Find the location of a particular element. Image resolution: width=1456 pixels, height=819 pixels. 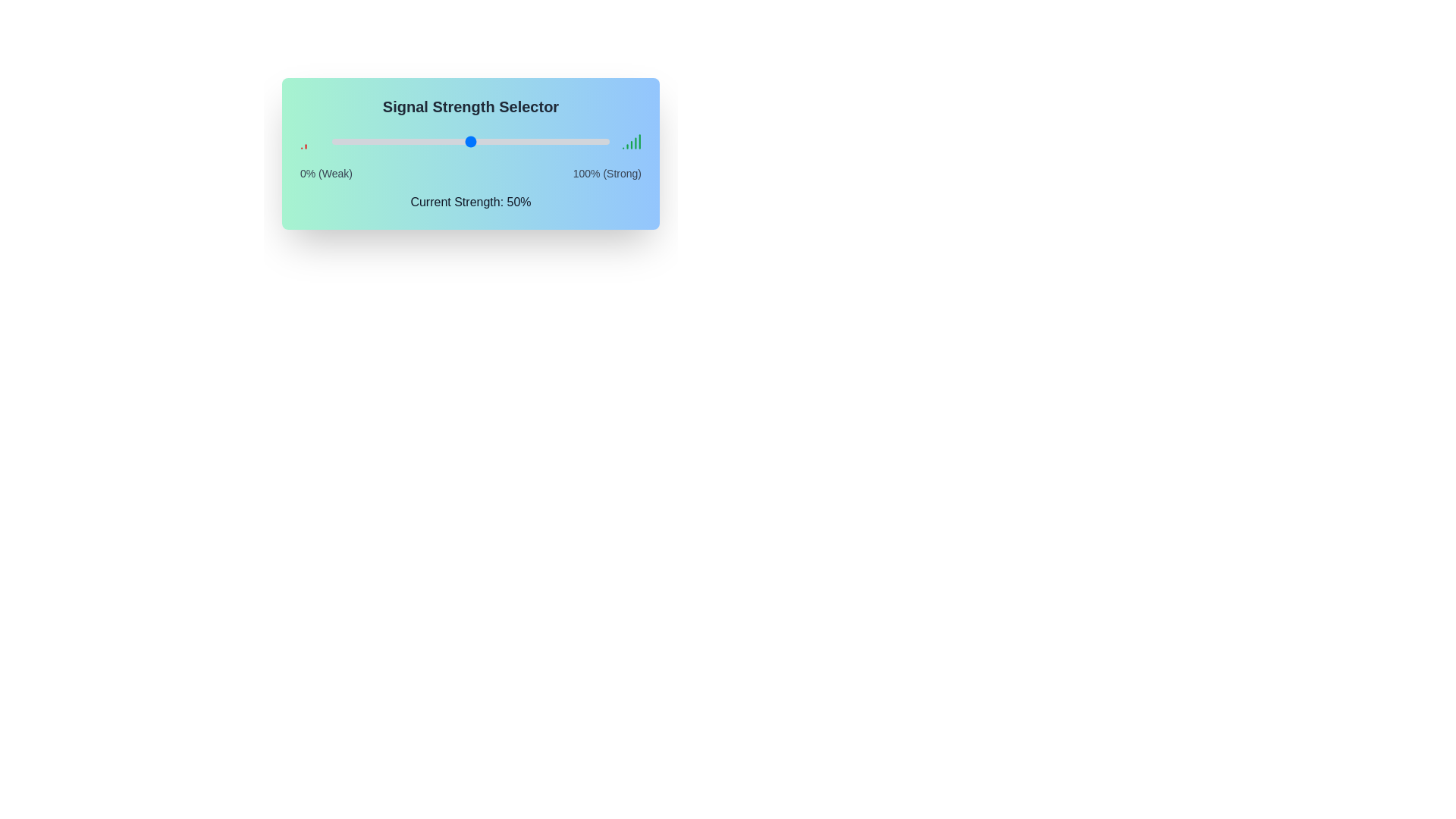

the signal strength slider to 33% is located at coordinates (423, 141).